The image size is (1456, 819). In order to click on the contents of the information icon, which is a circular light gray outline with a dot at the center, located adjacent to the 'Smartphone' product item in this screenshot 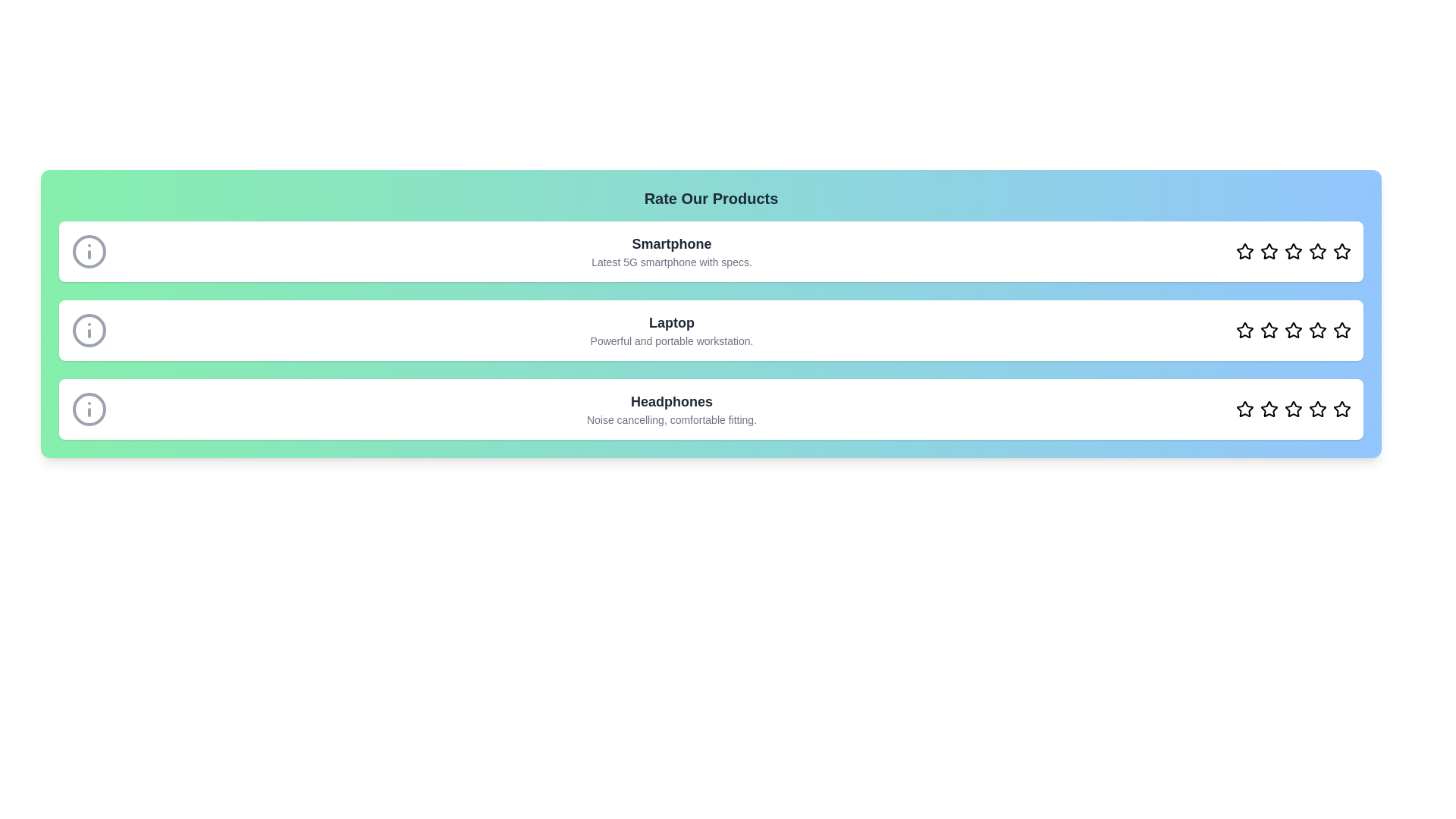, I will do `click(89, 250)`.